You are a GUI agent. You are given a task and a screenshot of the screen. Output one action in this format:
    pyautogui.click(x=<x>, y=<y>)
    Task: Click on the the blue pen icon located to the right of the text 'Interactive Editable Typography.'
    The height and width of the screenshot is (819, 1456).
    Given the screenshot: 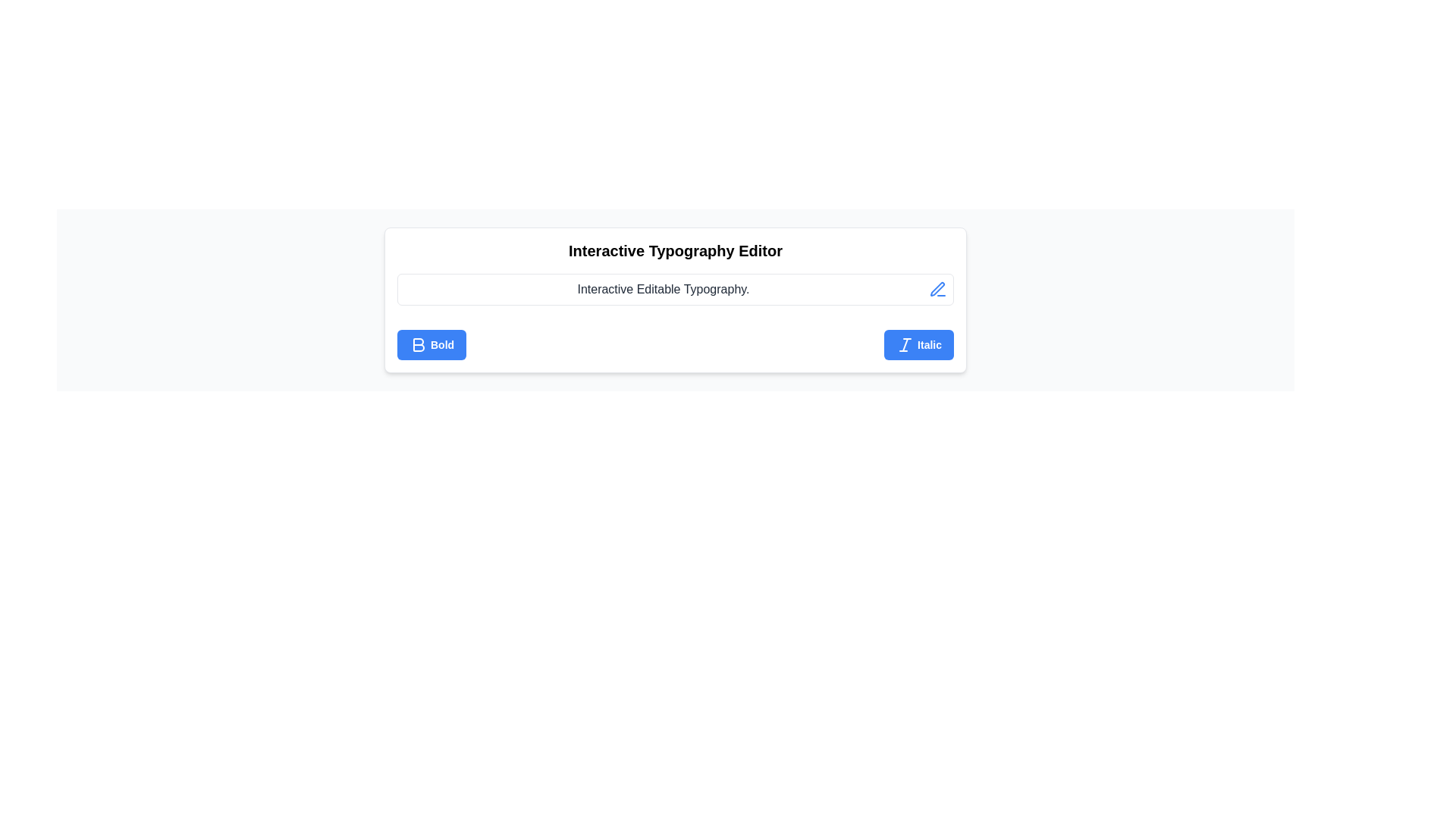 What is the action you would take?
    pyautogui.click(x=937, y=289)
    